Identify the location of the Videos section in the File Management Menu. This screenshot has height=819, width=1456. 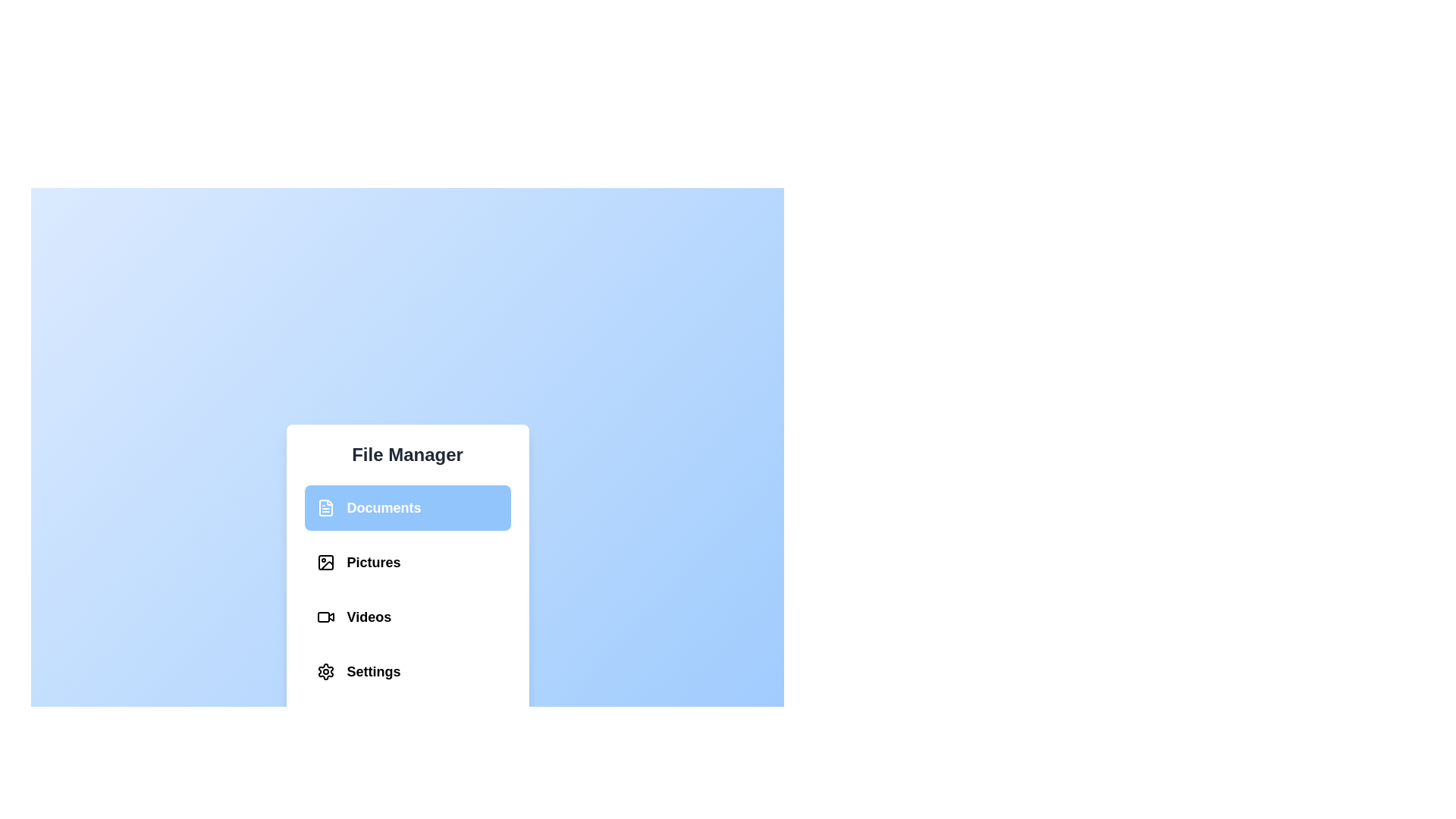
(325, 617).